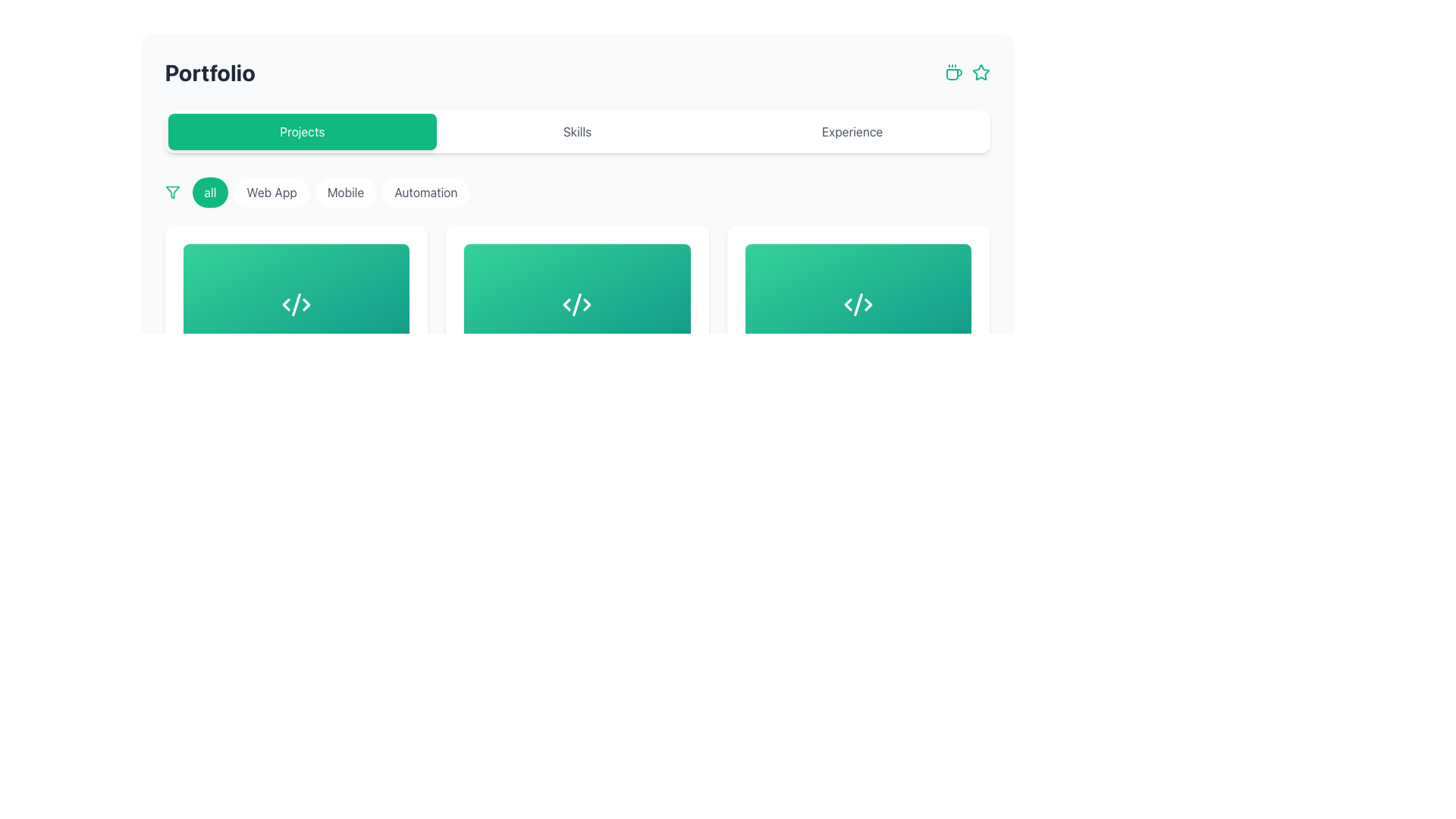  I want to click on the leftward arrow icon located in the middle of a three-icon arrangement, so click(847, 304).